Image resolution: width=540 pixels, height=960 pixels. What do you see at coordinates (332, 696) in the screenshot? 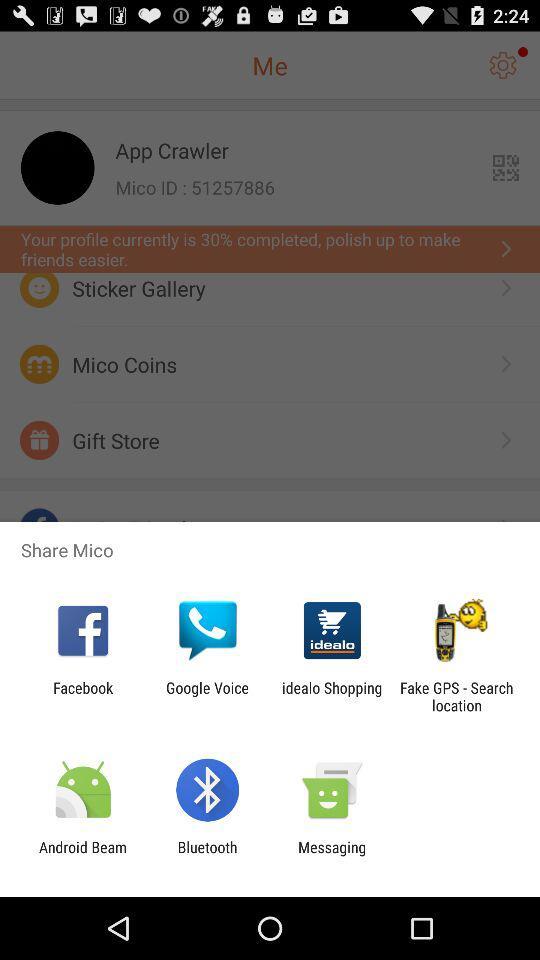
I see `the idealo shopping item` at bounding box center [332, 696].